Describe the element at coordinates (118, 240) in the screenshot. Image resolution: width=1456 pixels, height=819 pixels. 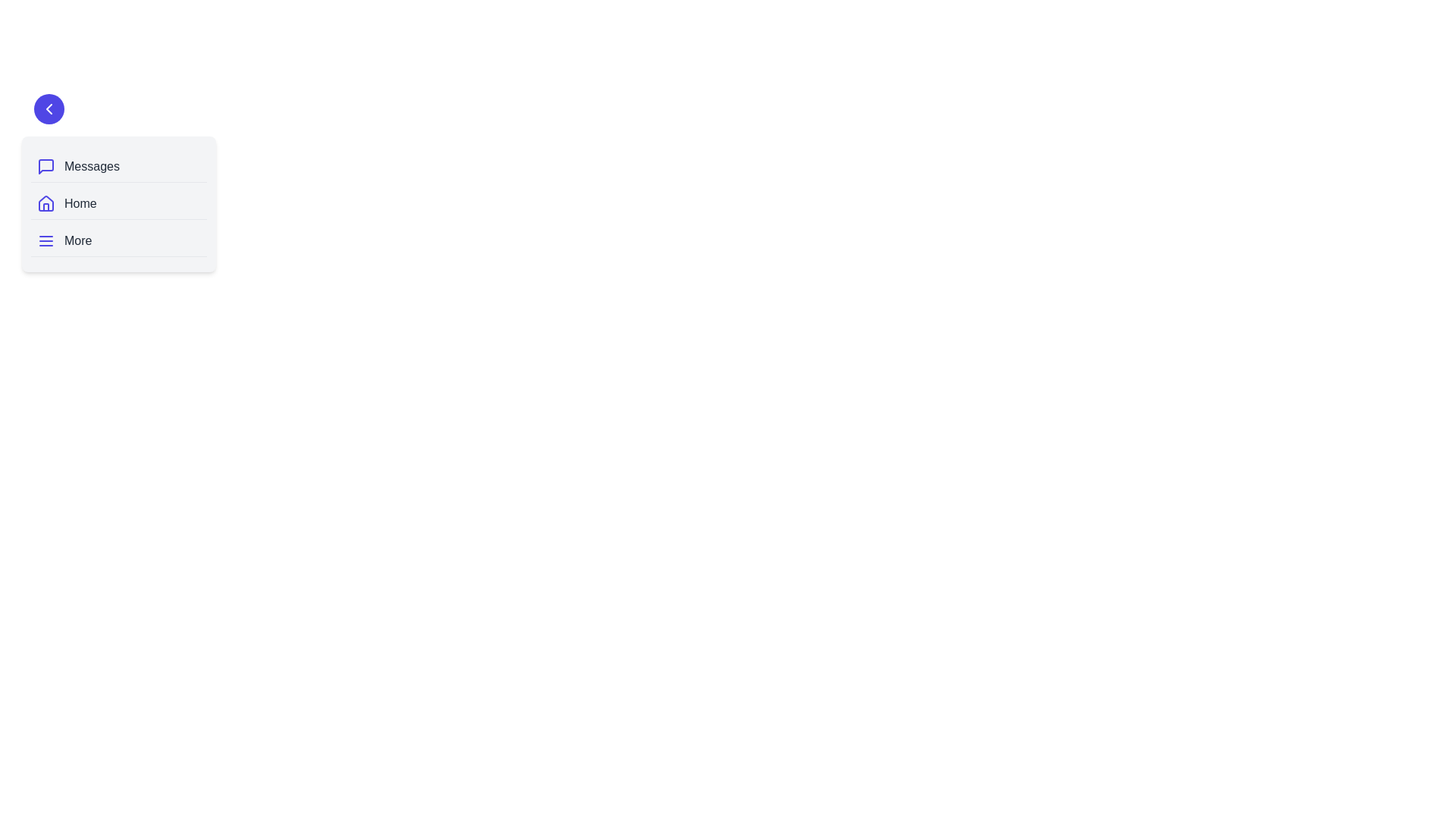
I see `the navigation item labeled 'More'` at that location.